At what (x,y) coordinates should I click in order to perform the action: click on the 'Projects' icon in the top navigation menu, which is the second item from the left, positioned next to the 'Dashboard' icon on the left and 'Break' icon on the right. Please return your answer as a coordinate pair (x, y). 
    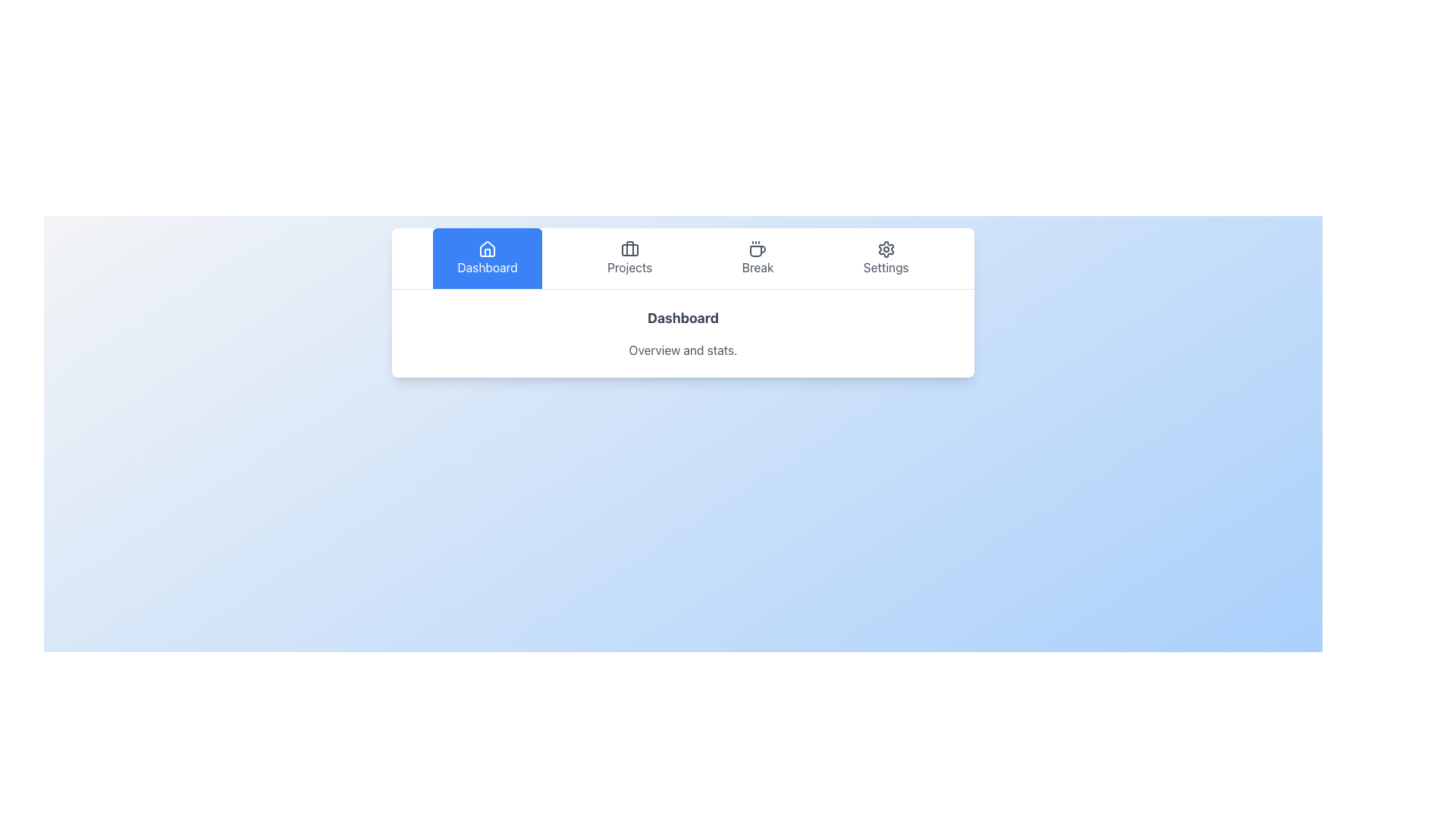
    Looking at the image, I should click on (629, 248).